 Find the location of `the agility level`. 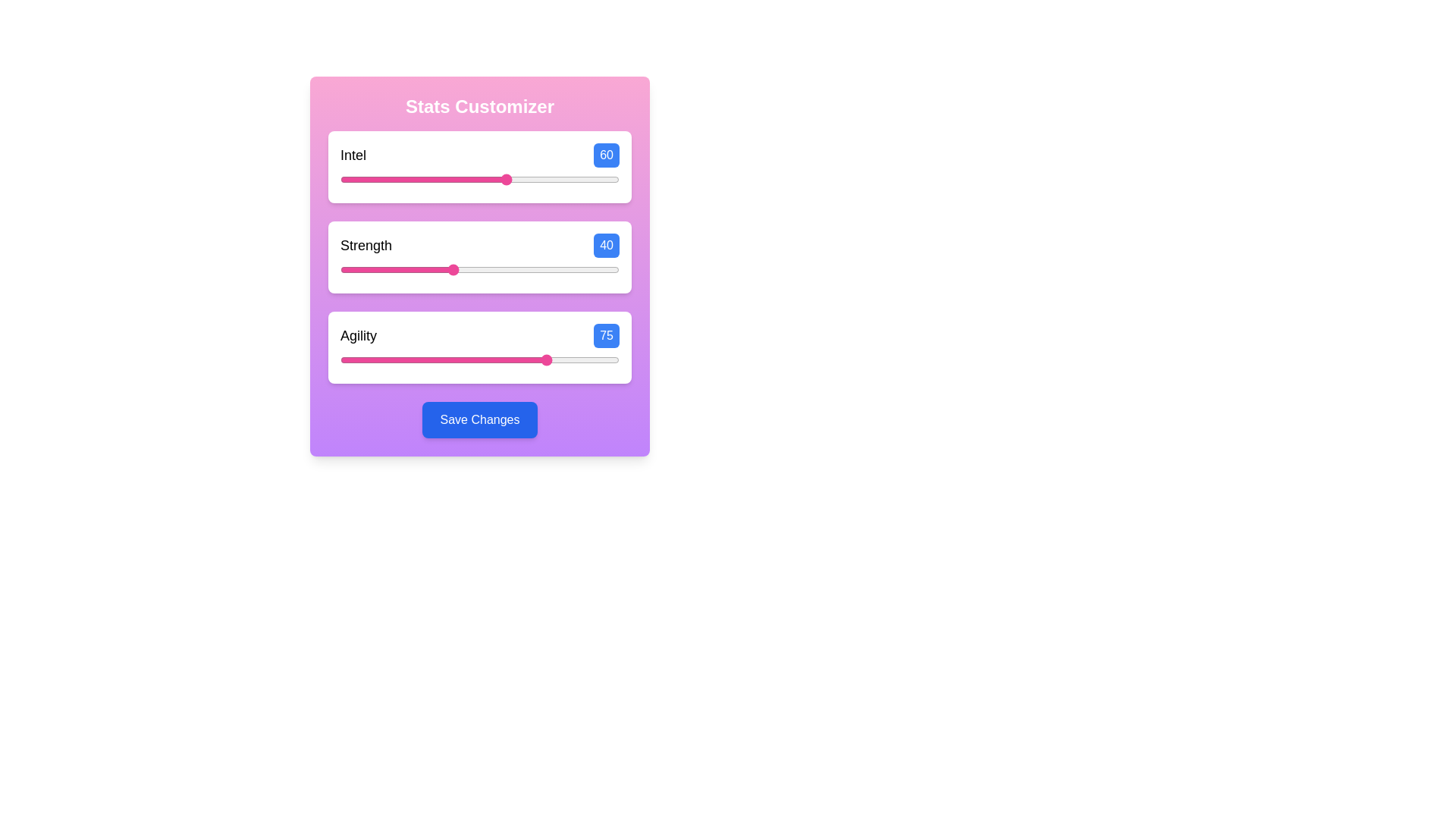

the agility level is located at coordinates (382, 359).